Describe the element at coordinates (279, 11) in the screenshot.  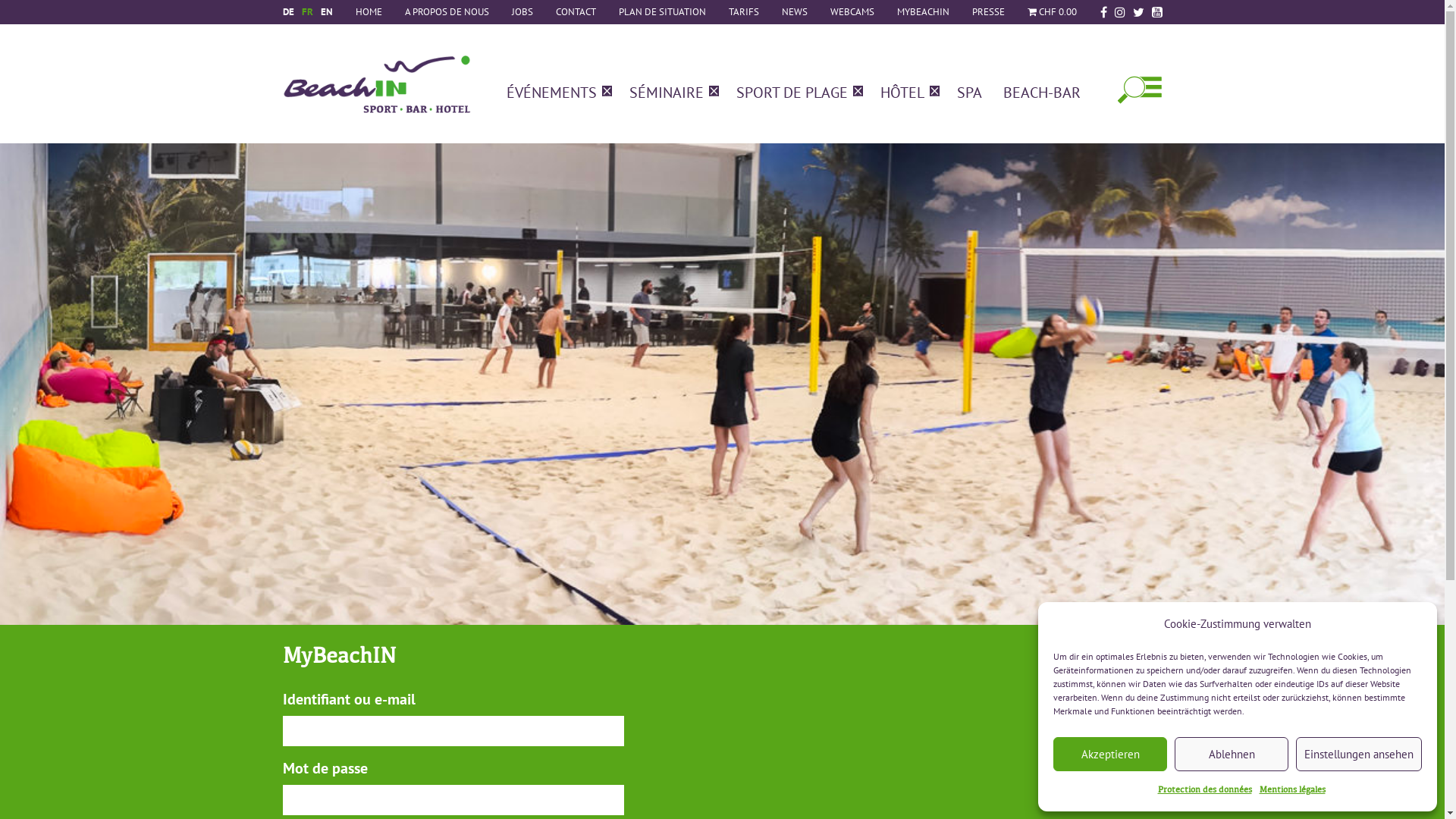
I see `'DE'` at that location.